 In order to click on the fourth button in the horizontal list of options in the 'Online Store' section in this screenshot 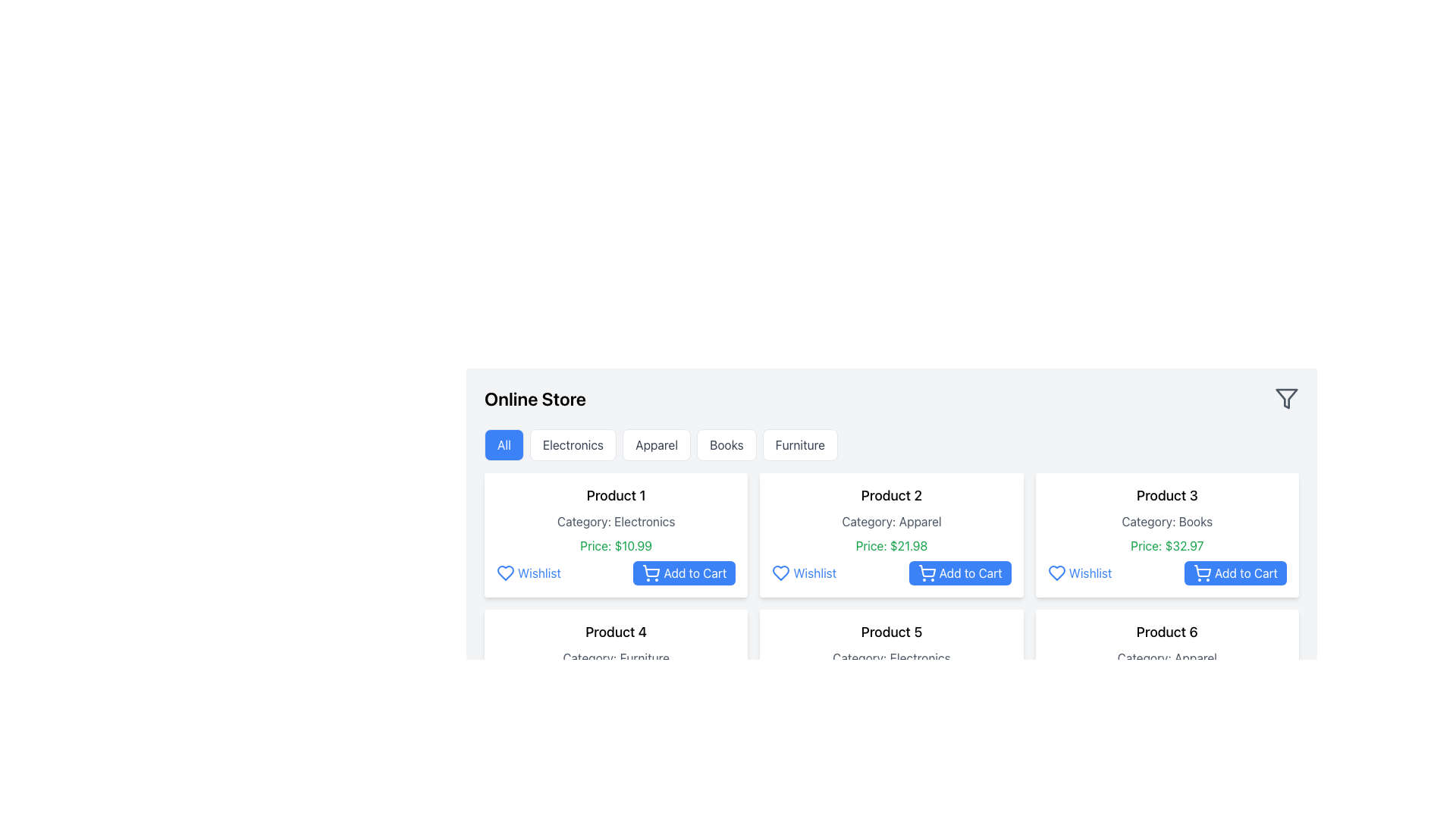, I will do `click(726, 444)`.